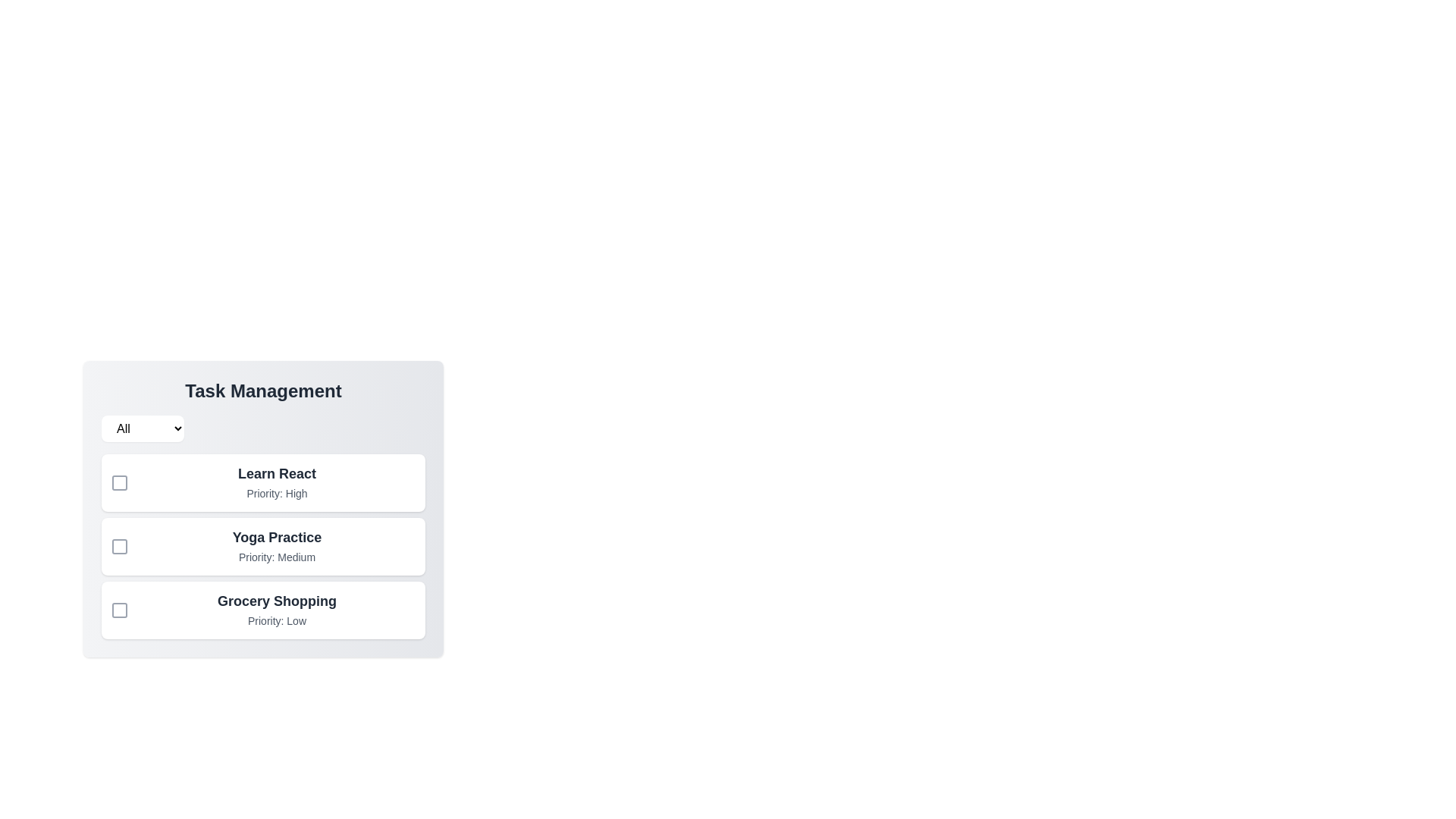 Image resolution: width=1456 pixels, height=819 pixels. Describe the element at coordinates (143, 428) in the screenshot. I see `the priority filter to Low from the dropdown menu` at that location.